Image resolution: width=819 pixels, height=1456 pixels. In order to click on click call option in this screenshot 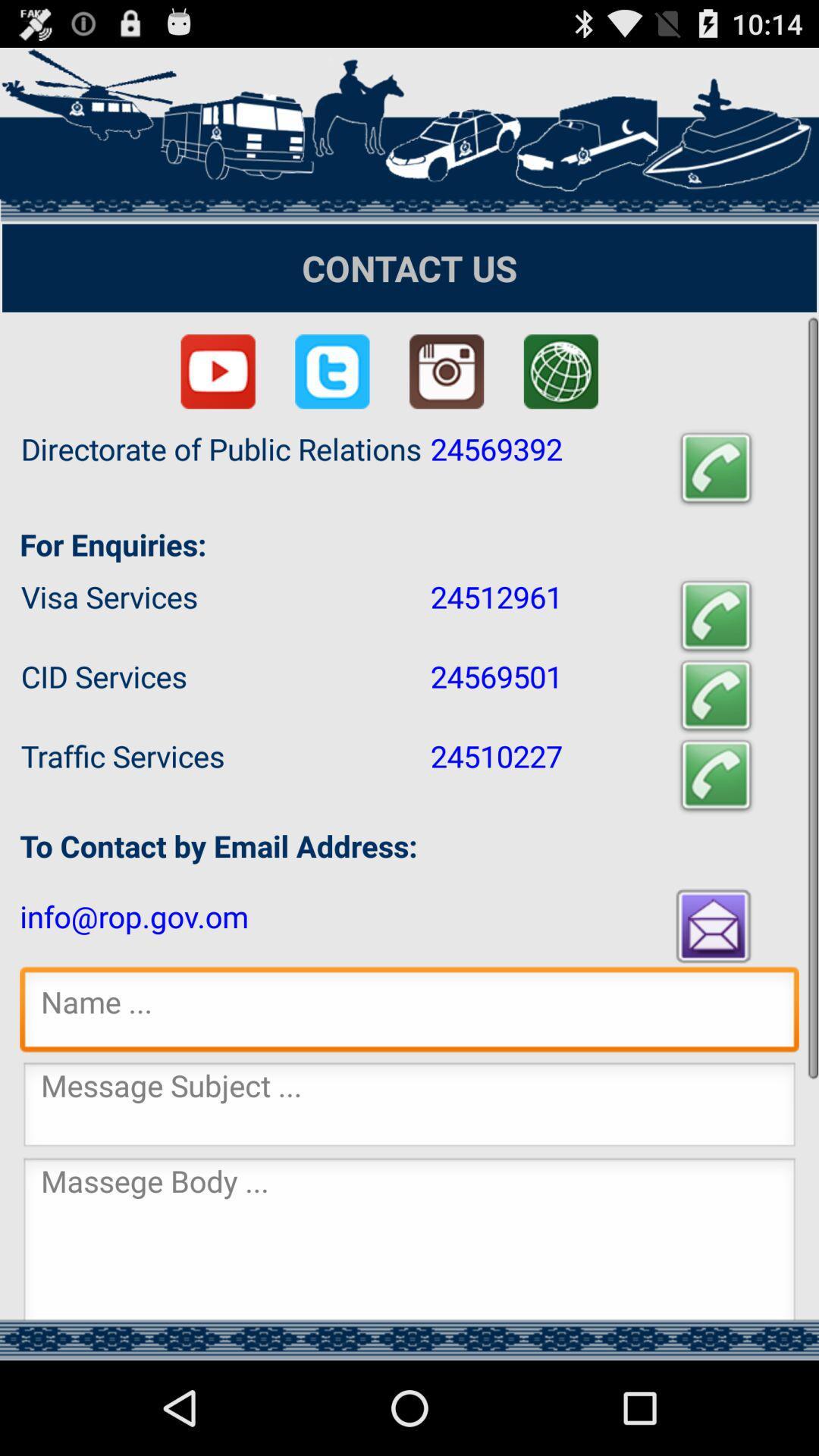, I will do `click(716, 695)`.